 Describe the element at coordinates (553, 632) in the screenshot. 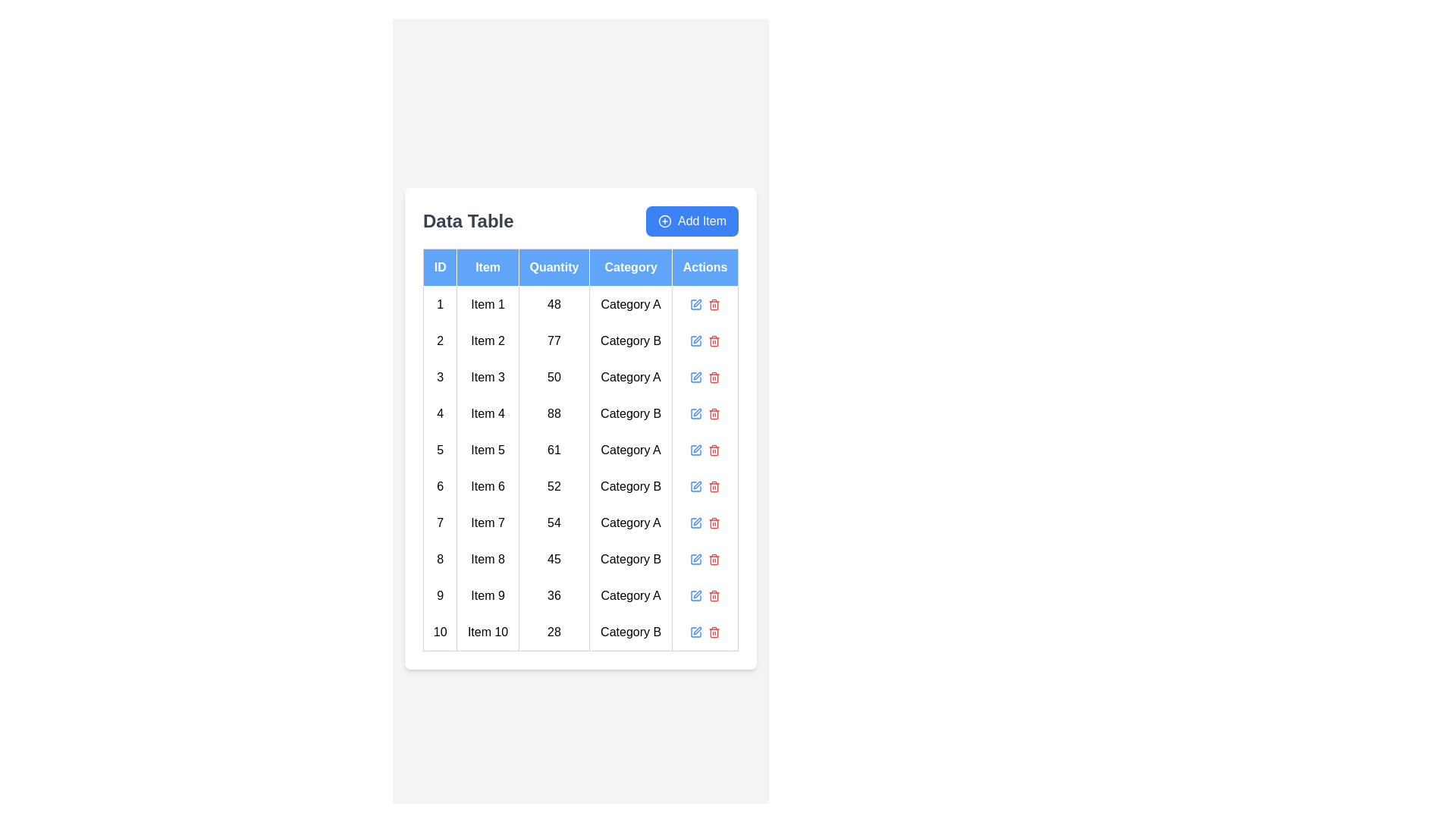

I see `on the static text label displaying the number '28' in the 'Quantity' column of the table for 'Item 10'` at that location.